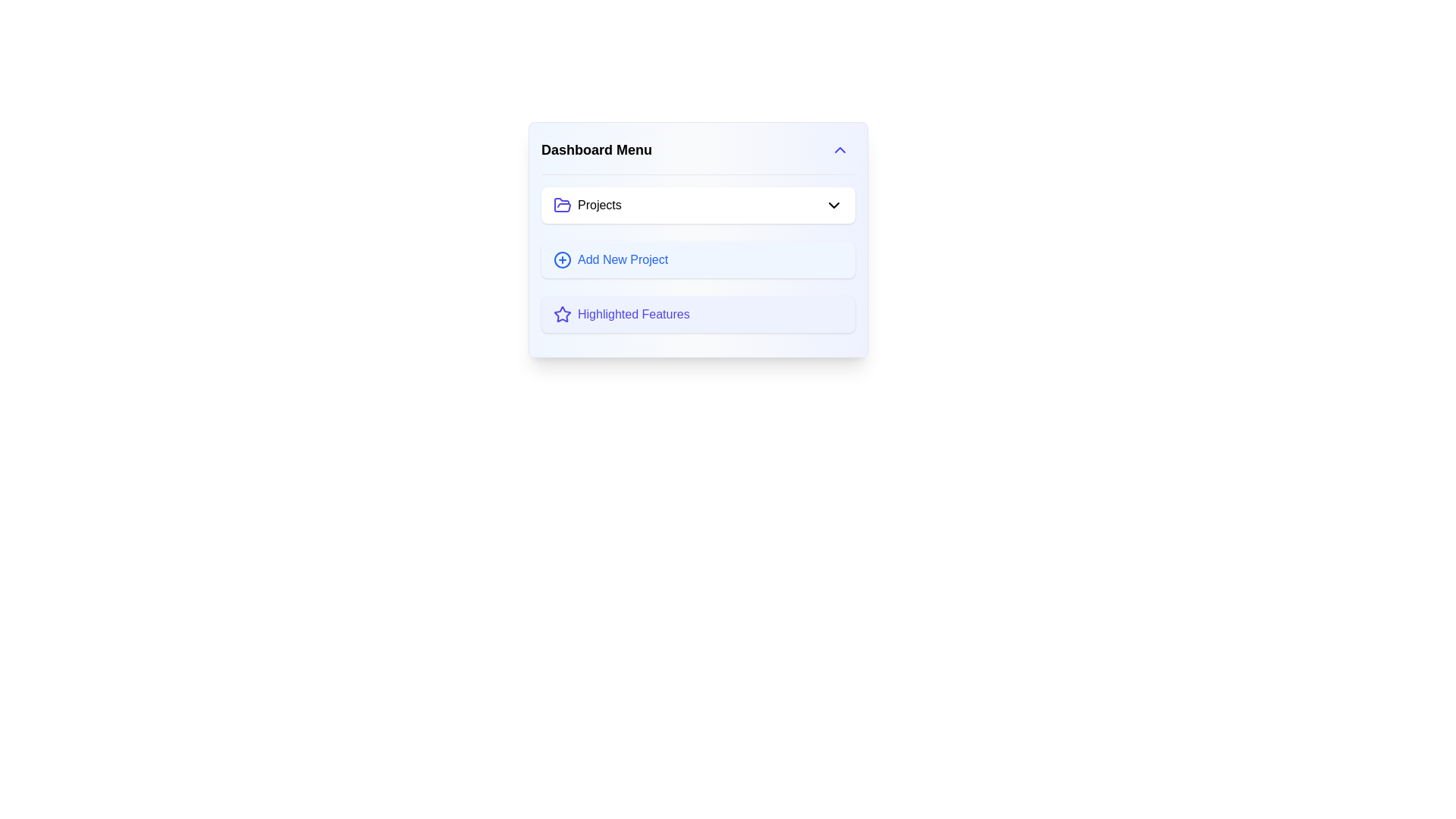 The image size is (1456, 819). Describe the element at coordinates (562, 259) in the screenshot. I see `the circular icon with a blue border and white interior that features a cross symbol, located to the left of the text 'Add New Project' within a blue button in the second row of the vertical list under the 'Dashboard Menu'` at that location.